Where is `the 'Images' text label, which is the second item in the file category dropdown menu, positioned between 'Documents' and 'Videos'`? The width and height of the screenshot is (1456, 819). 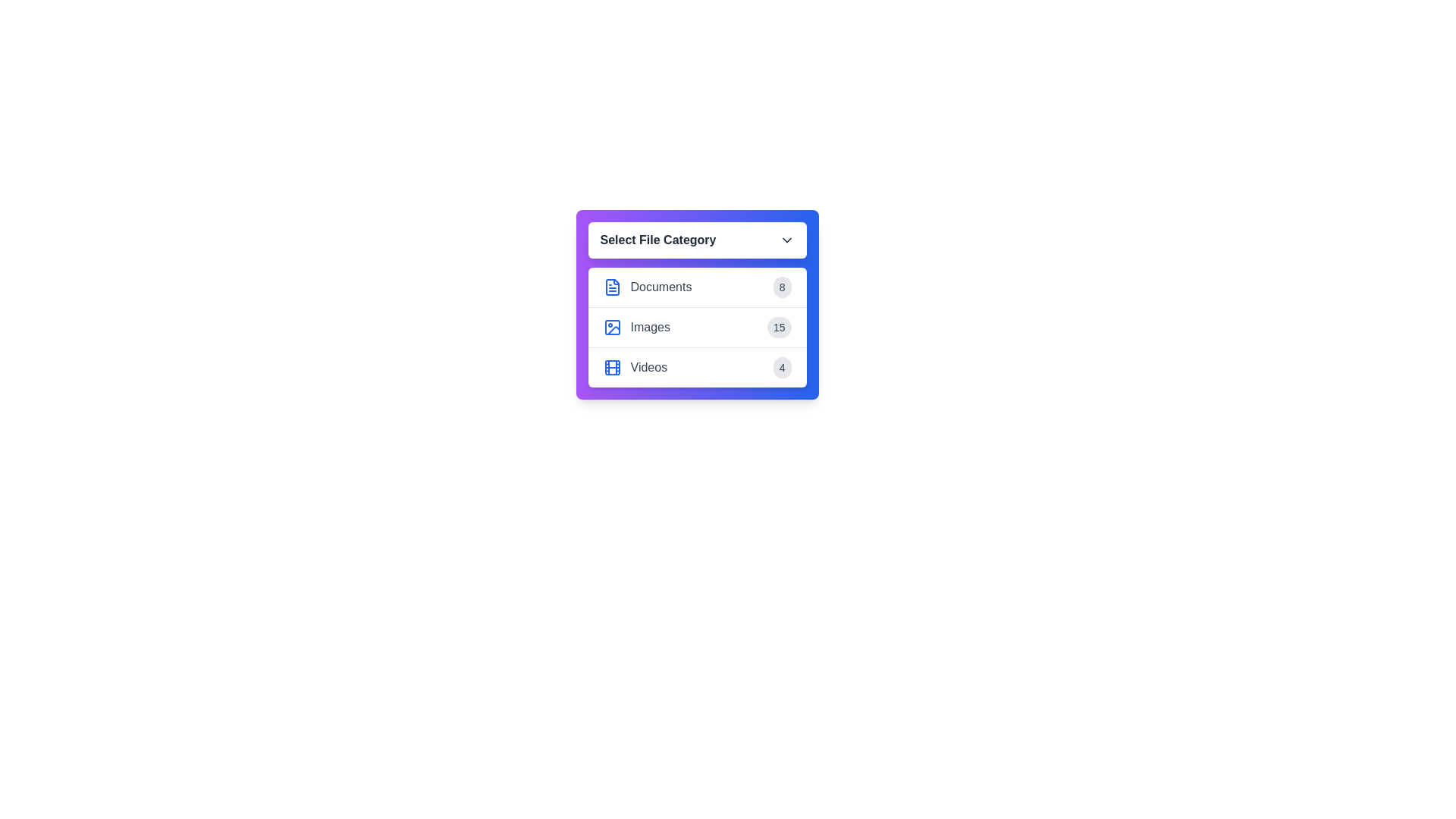
the 'Images' text label, which is the second item in the file category dropdown menu, positioned between 'Documents' and 'Videos' is located at coordinates (650, 327).